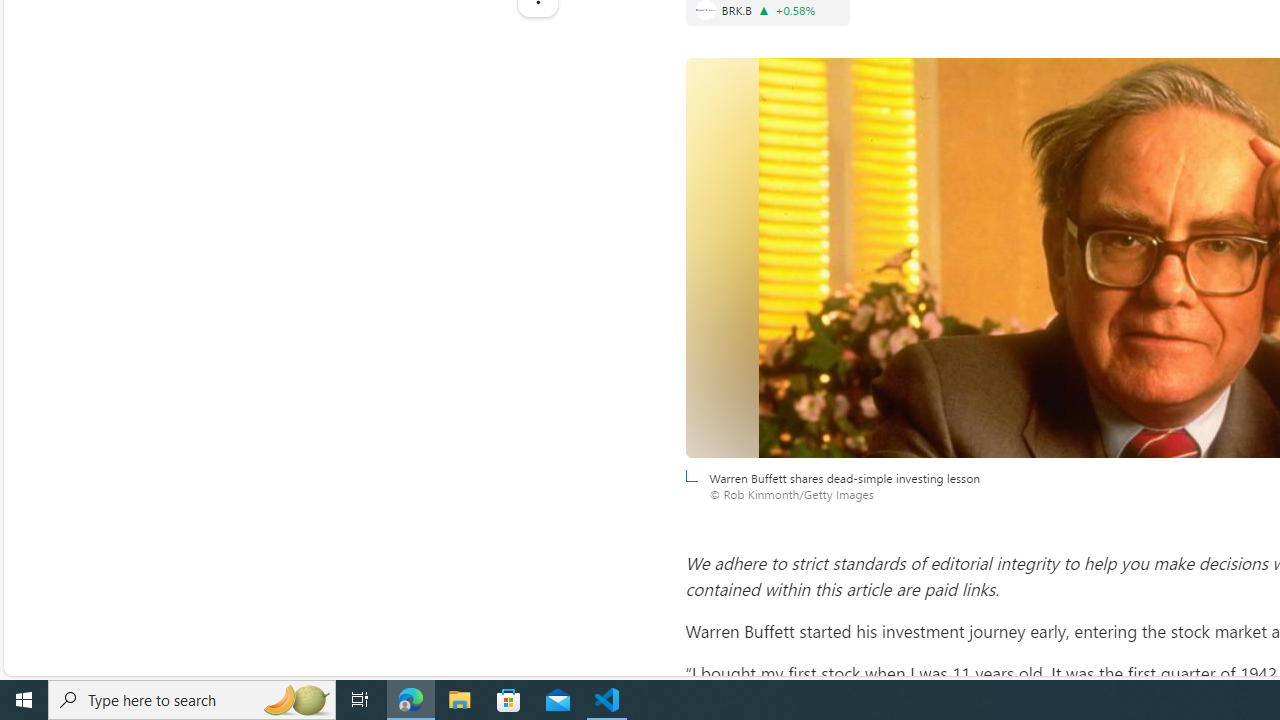 Image resolution: width=1280 pixels, height=720 pixels. Describe the element at coordinates (763, 10) in the screenshot. I see `'Price increase'` at that location.